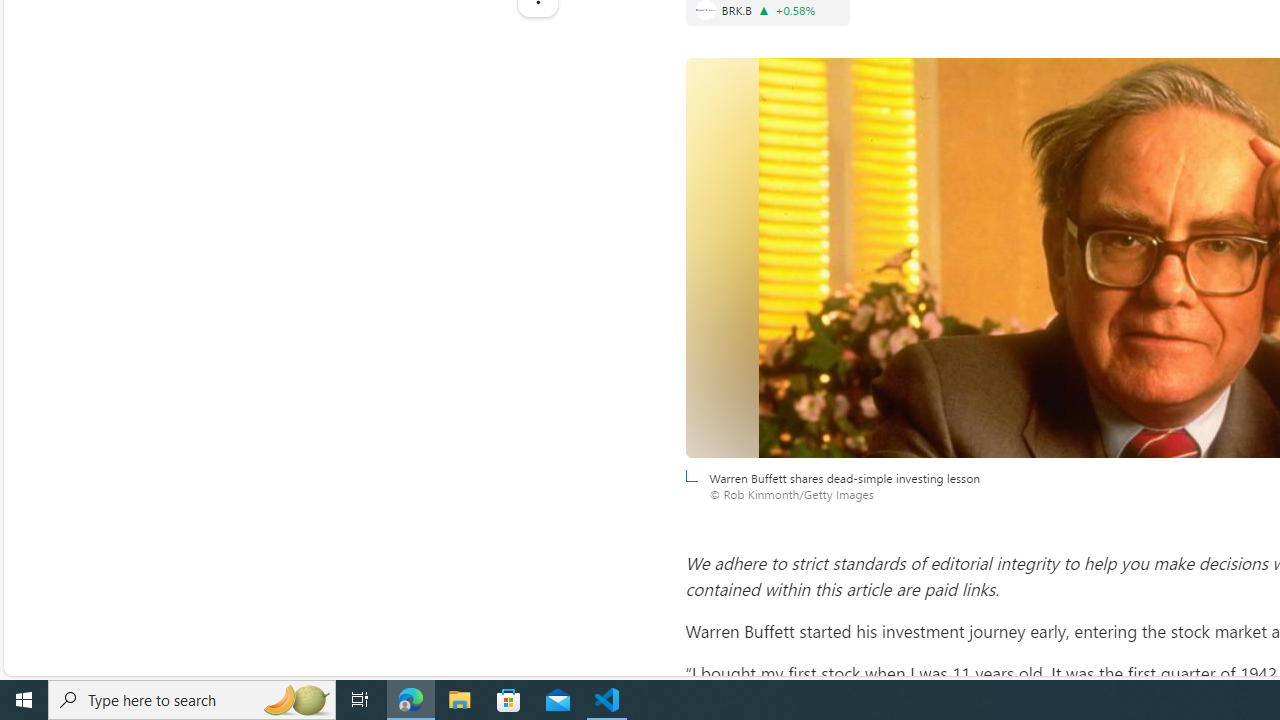 Image resolution: width=1280 pixels, height=720 pixels. Describe the element at coordinates (763, 10) in the screenshot. I see `'Price increase'` at that location.